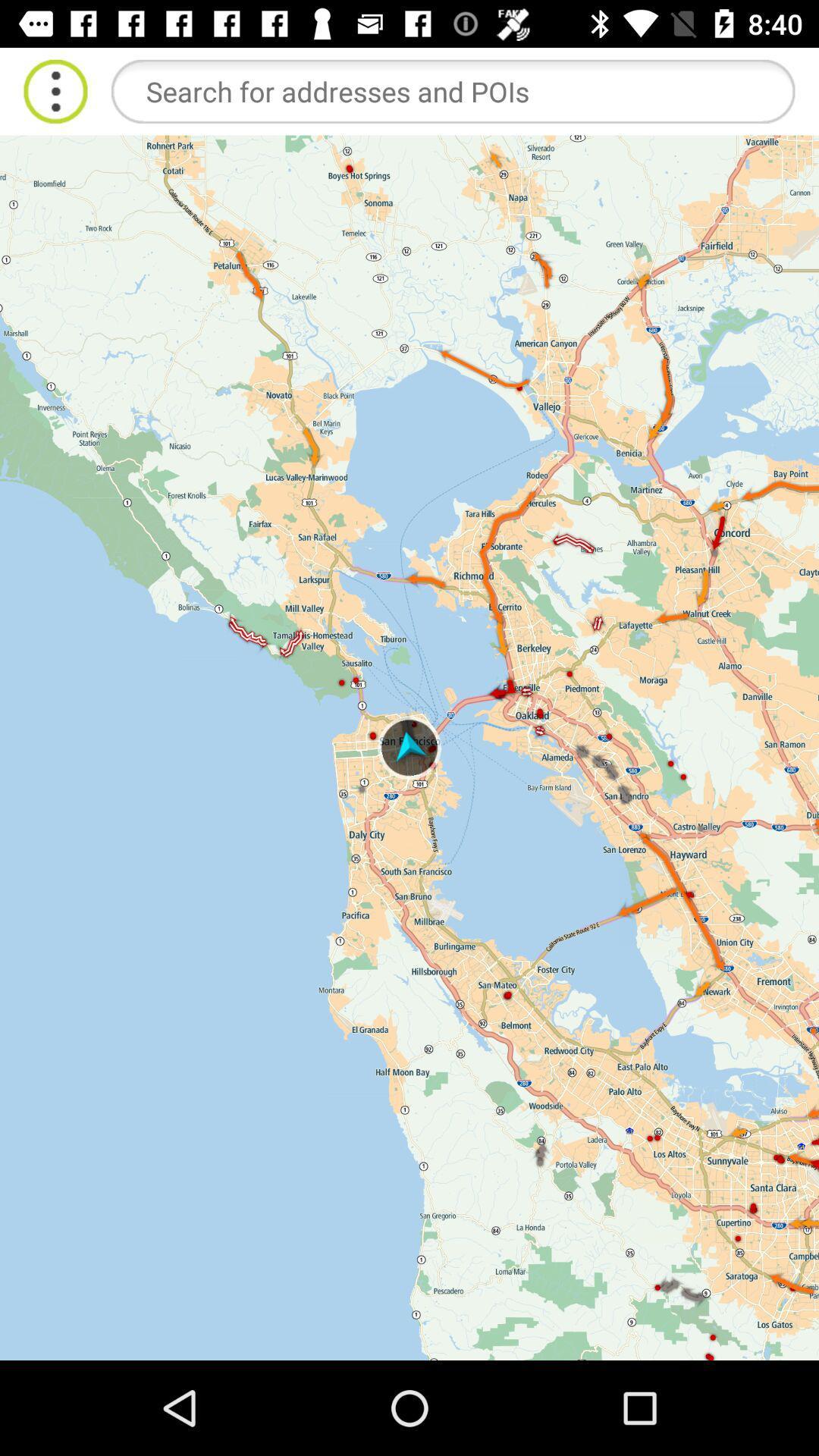 The image size is (819, 1456). Describe the element at coordinates (55, 90) in the screenshot. I see `go bak` at that location.